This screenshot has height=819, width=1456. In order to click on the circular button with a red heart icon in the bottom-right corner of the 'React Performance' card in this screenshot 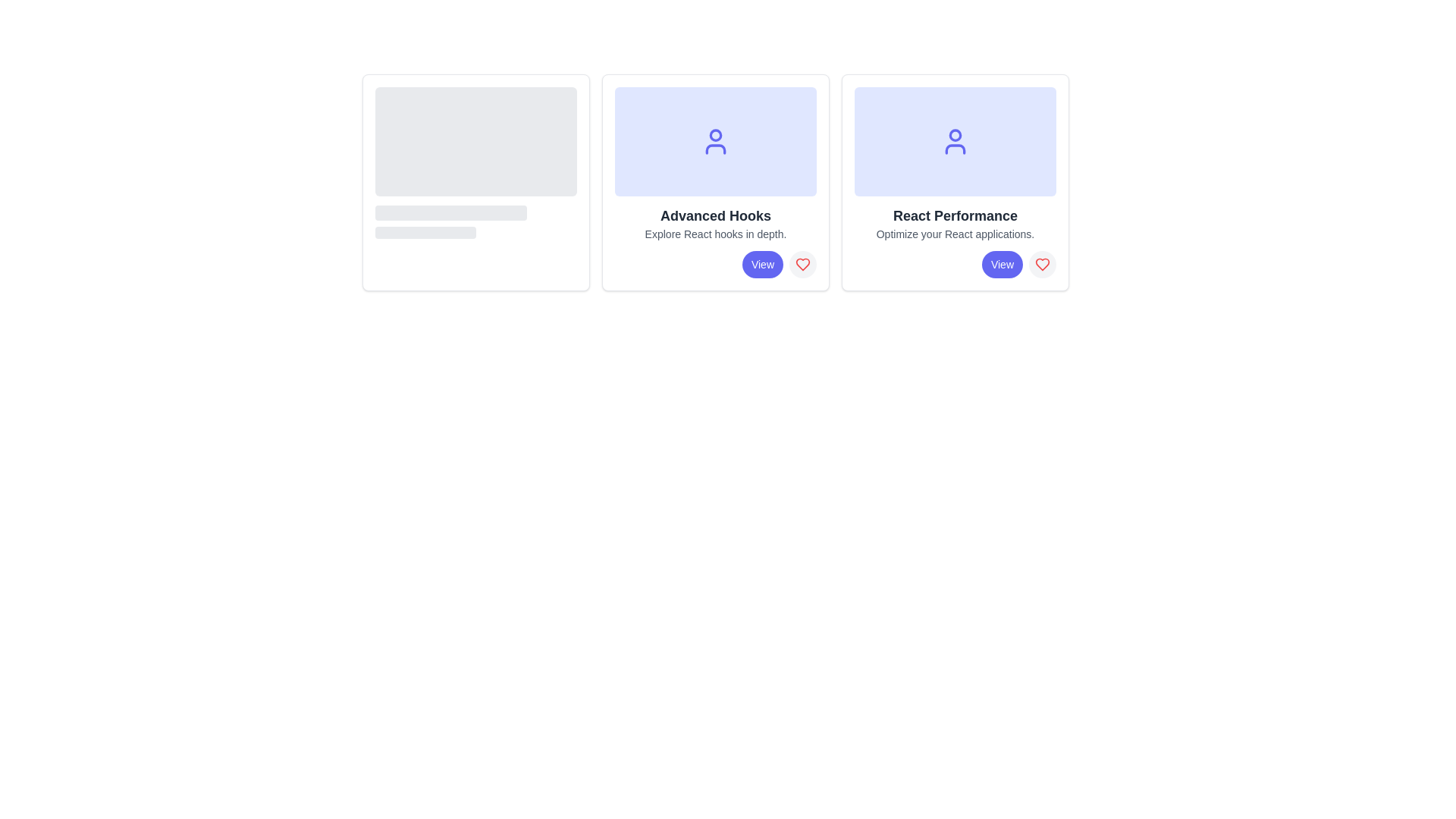, I will do `click(1041, 263)`.